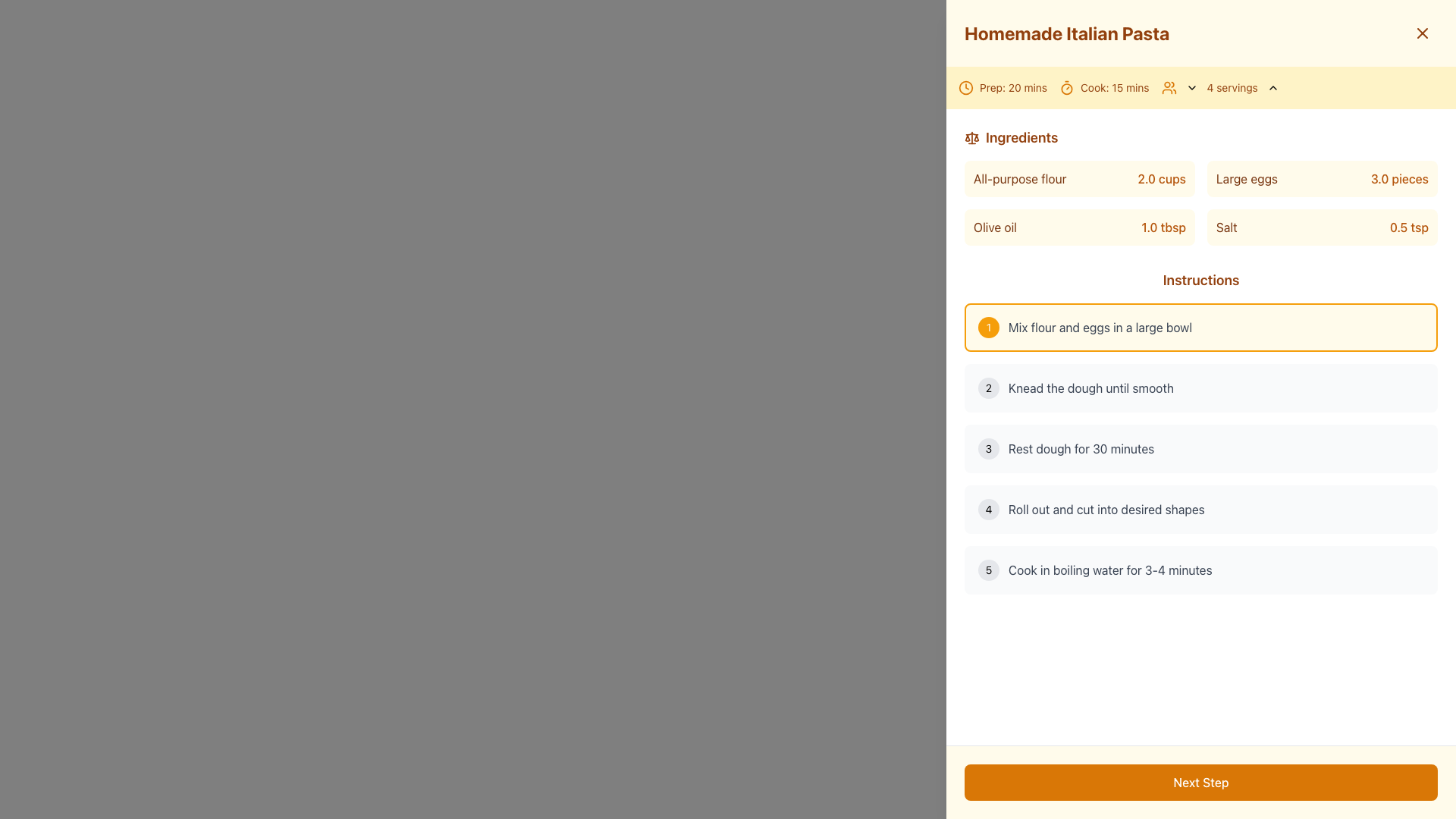 This screenshot has height=819, width=1456. Describe the element at coordinates (989, 509) in the screenshot. I see `the Numbered step indicator with the number '4' in bold black text, which is part of the vertical list under the 'Instructions' heading` at that location.